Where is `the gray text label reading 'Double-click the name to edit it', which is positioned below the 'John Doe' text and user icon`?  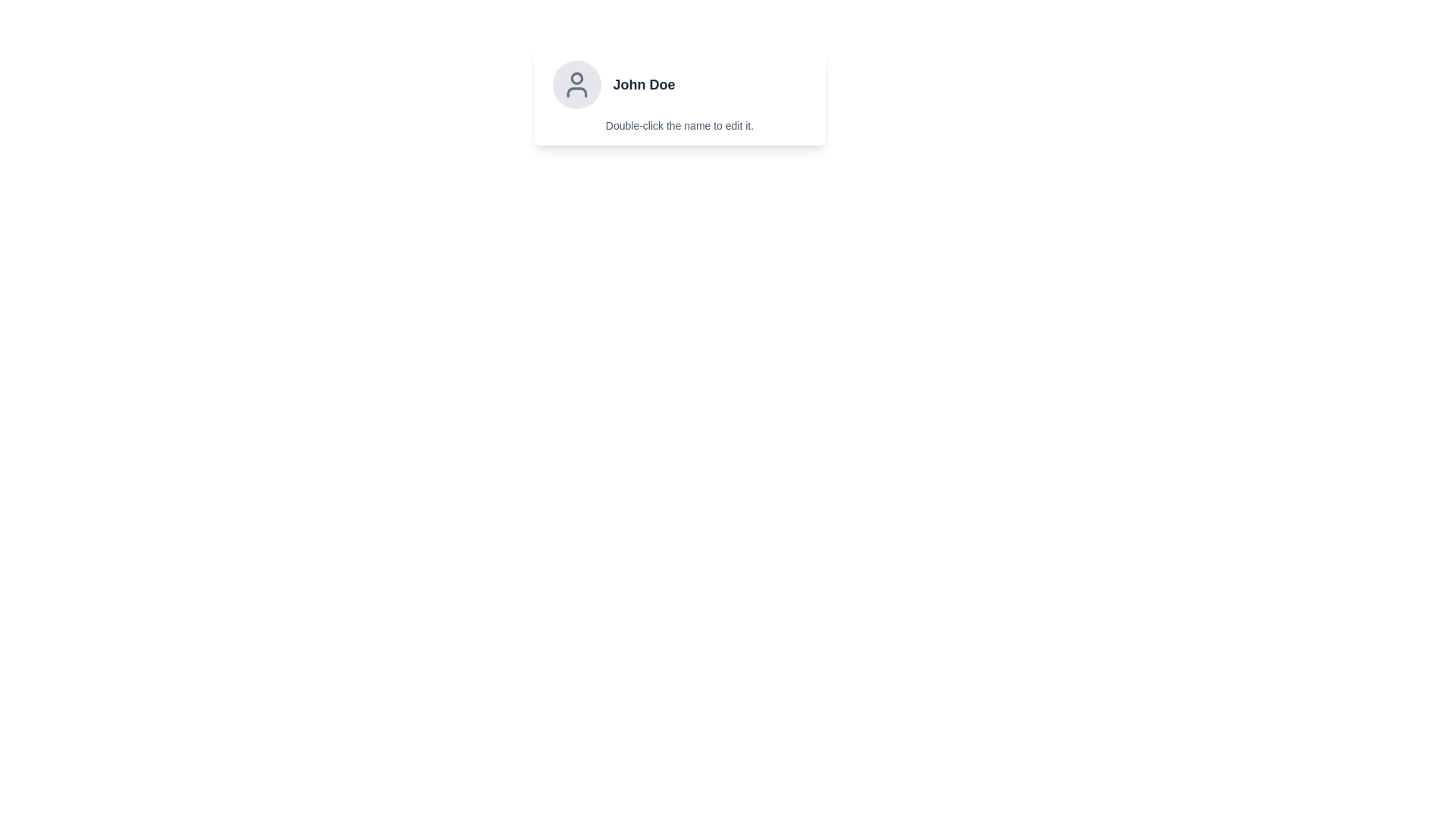
the gray text label reading 'Double-click the name to edit it', which is positioned below the 'John Doe' text and user icon is located at coordinates (679, 124).